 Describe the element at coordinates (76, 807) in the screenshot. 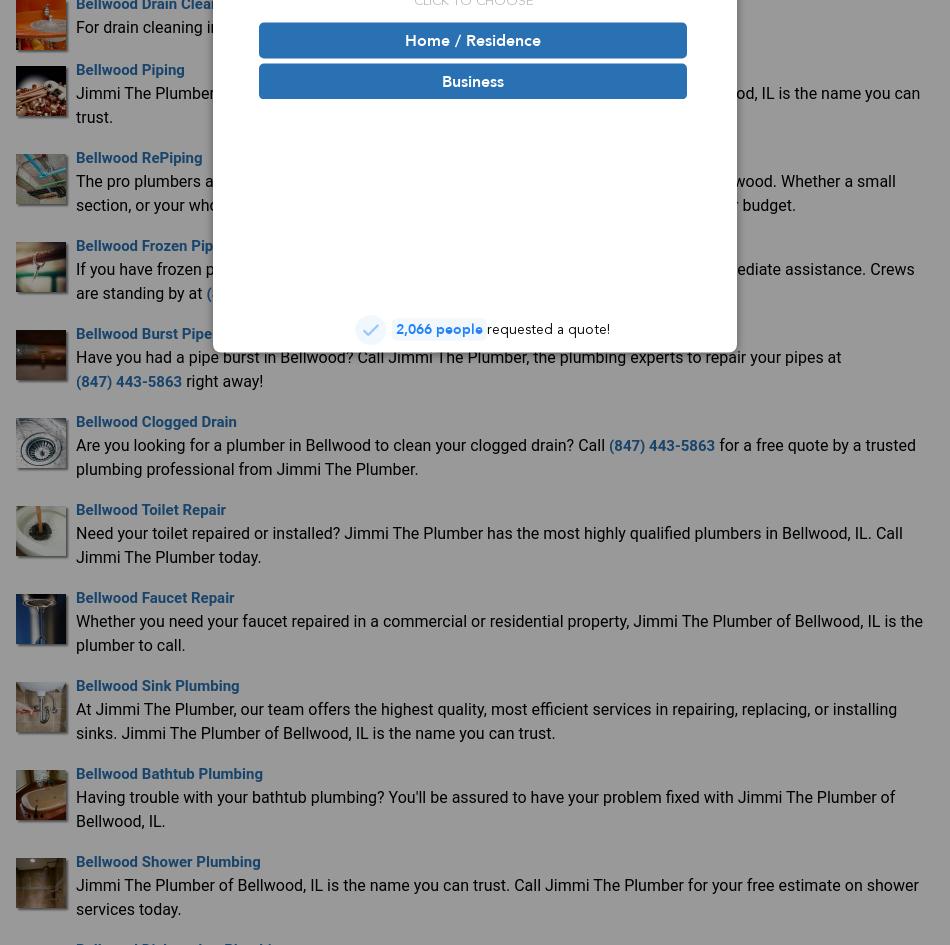

I see `'Having trouble with your bathtub plumbing? You'll be assured to have your problem fixed with Jimmi The Plumber of Bellwood, IL.'` at that location.